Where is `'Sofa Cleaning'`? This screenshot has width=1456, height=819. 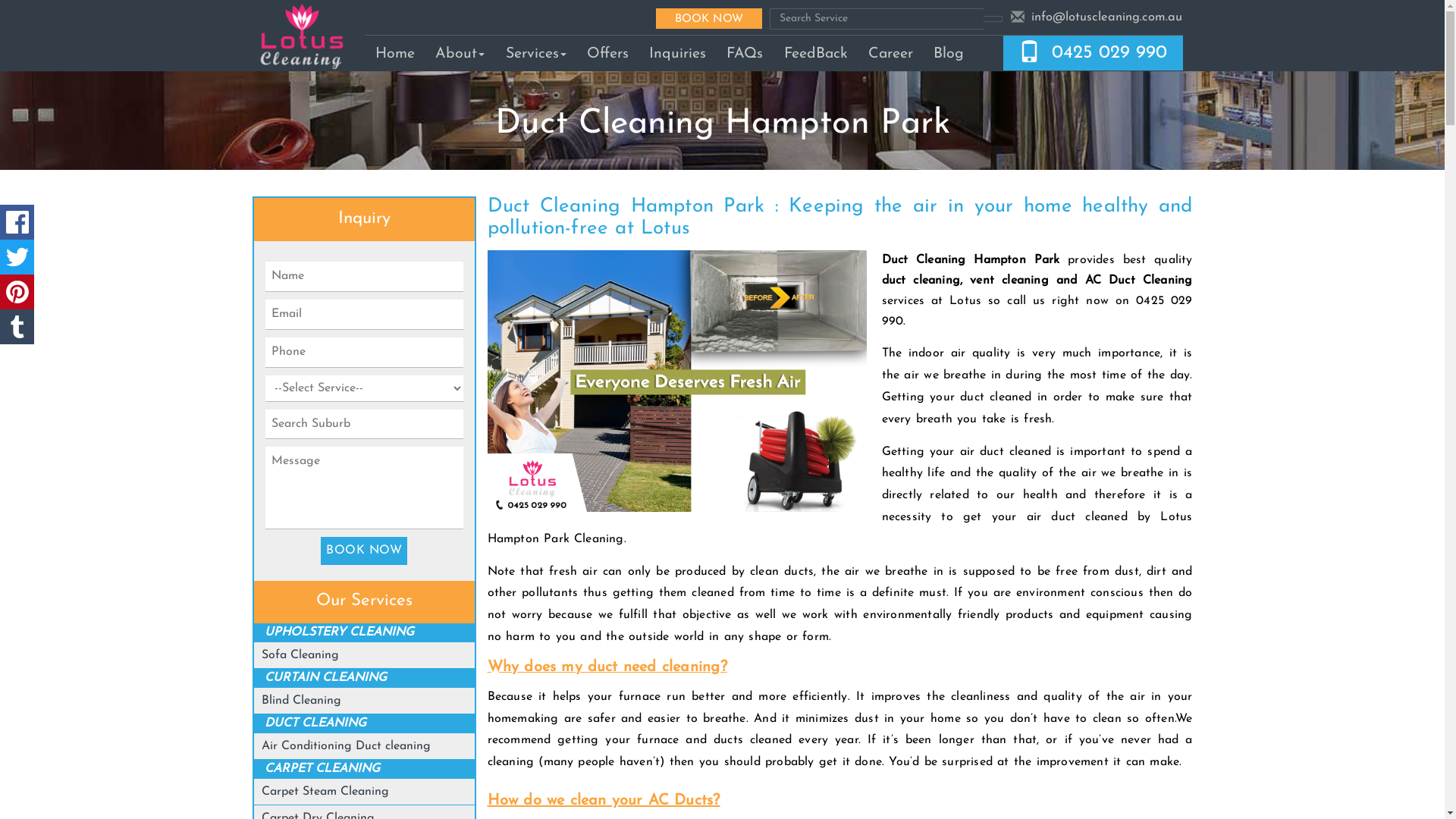
'Sofa Cleaning' is located at coordinates (300, 654).